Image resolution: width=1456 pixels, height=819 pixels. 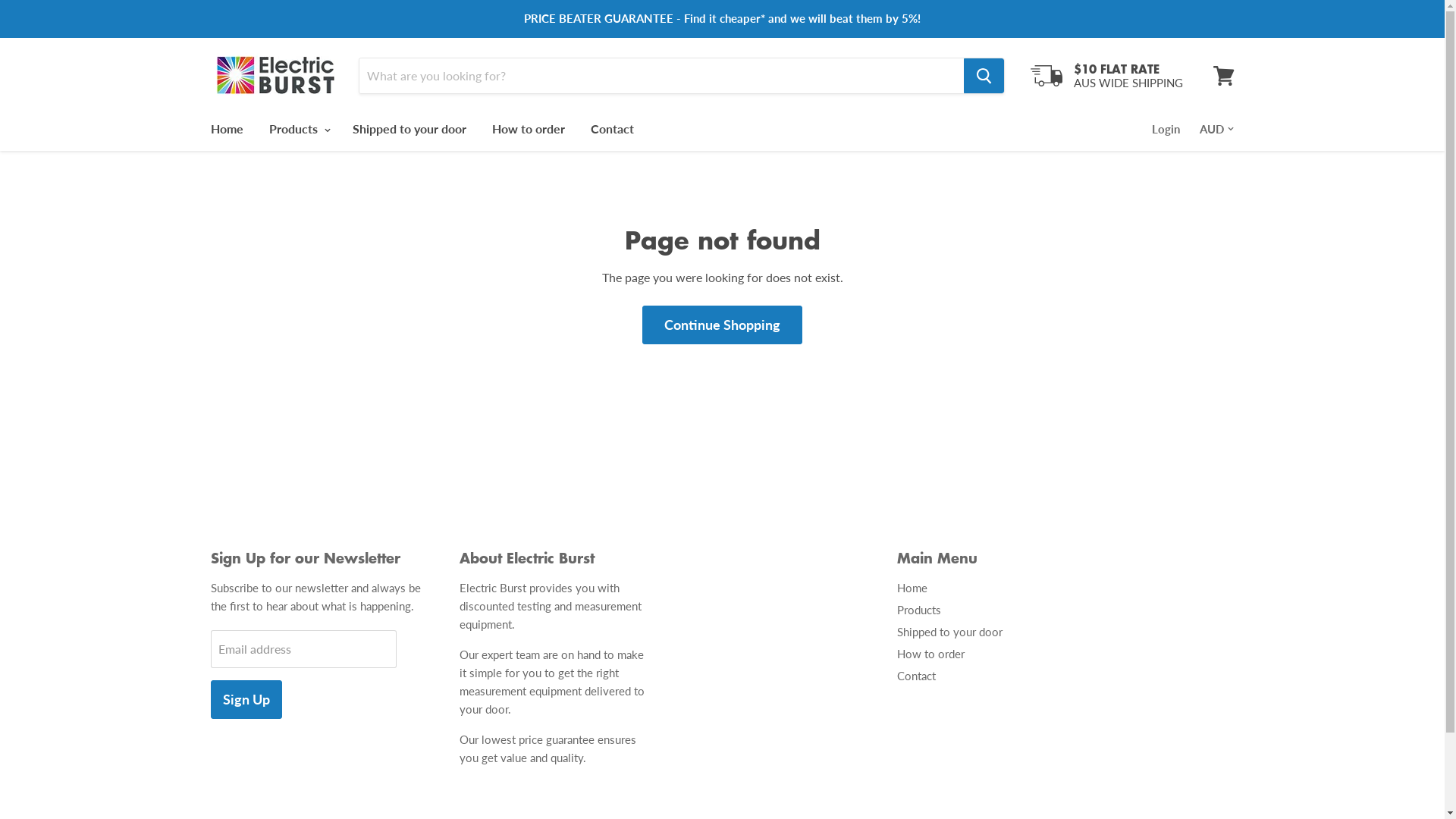 I want to click on 'Shipped to your door', so click(x=409, y=127).